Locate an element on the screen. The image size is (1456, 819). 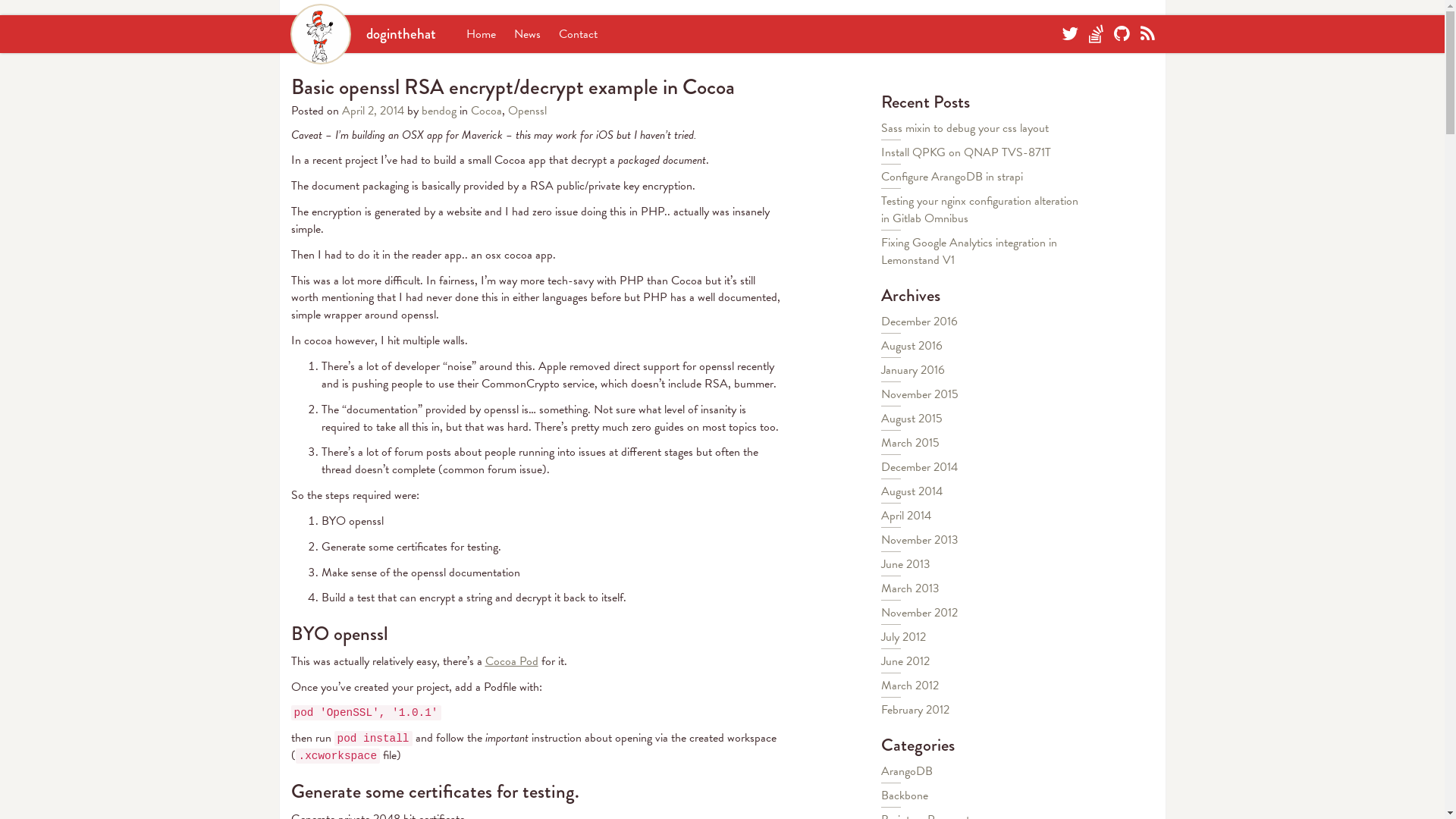
'April 2, 2014' is located at coordinates (374, 110).